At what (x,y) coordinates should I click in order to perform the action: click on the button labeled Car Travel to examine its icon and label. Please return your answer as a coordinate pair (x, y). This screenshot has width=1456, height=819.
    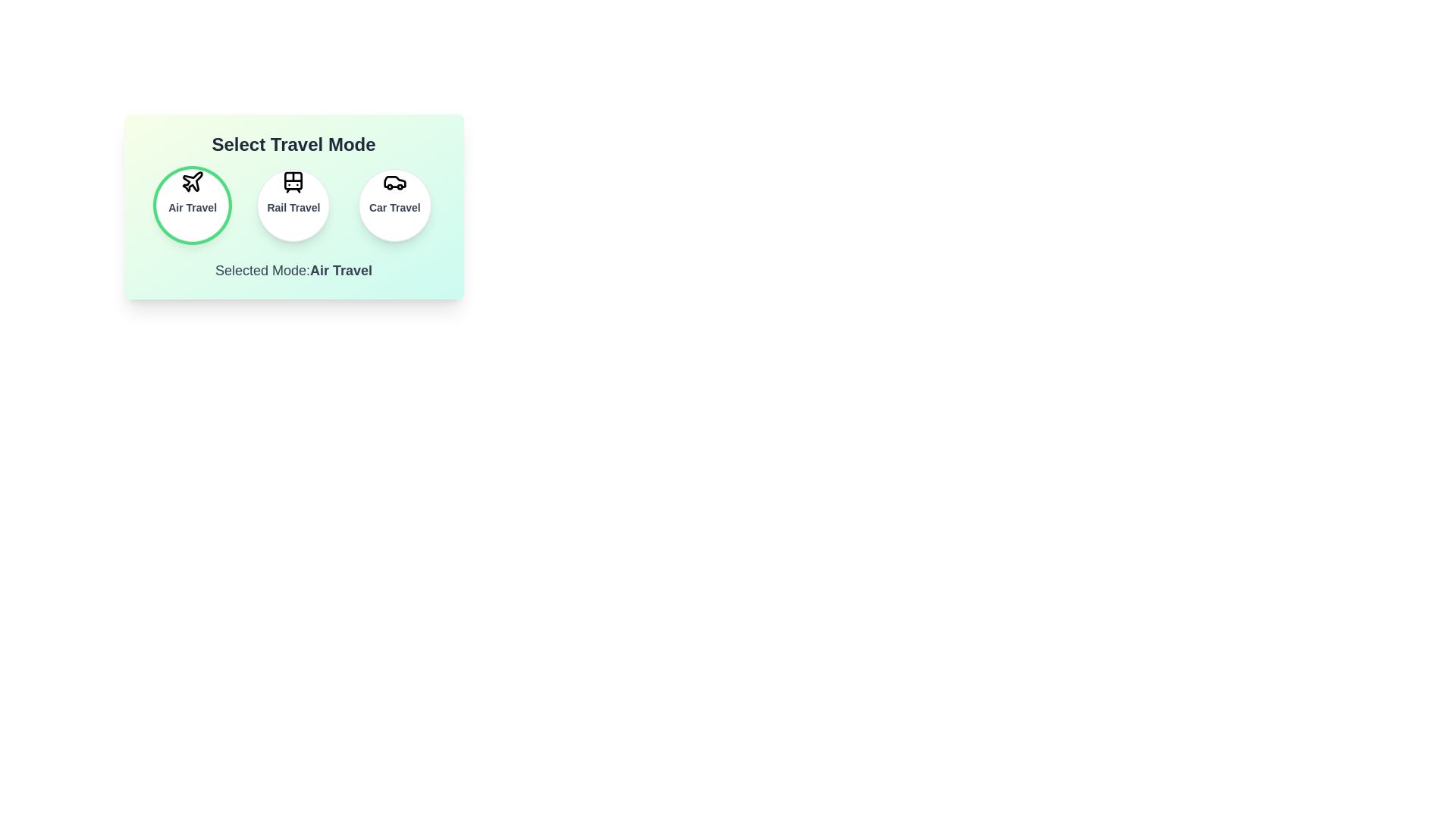
    Looking at the image, I should click on (394, 205).